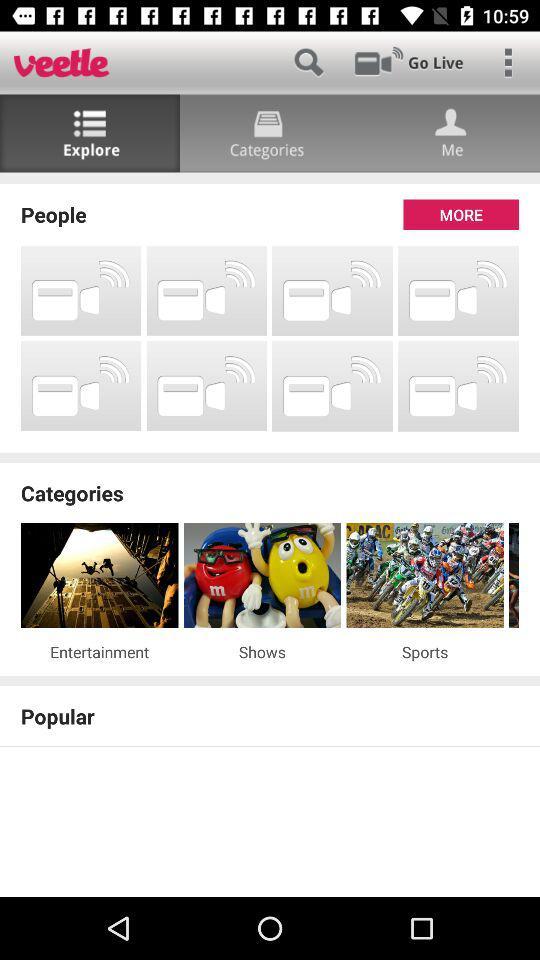  What do you see at coordinates (270, 177) in the screenshot?
I see `the item above the more icon` at bounding box center [270, 177].